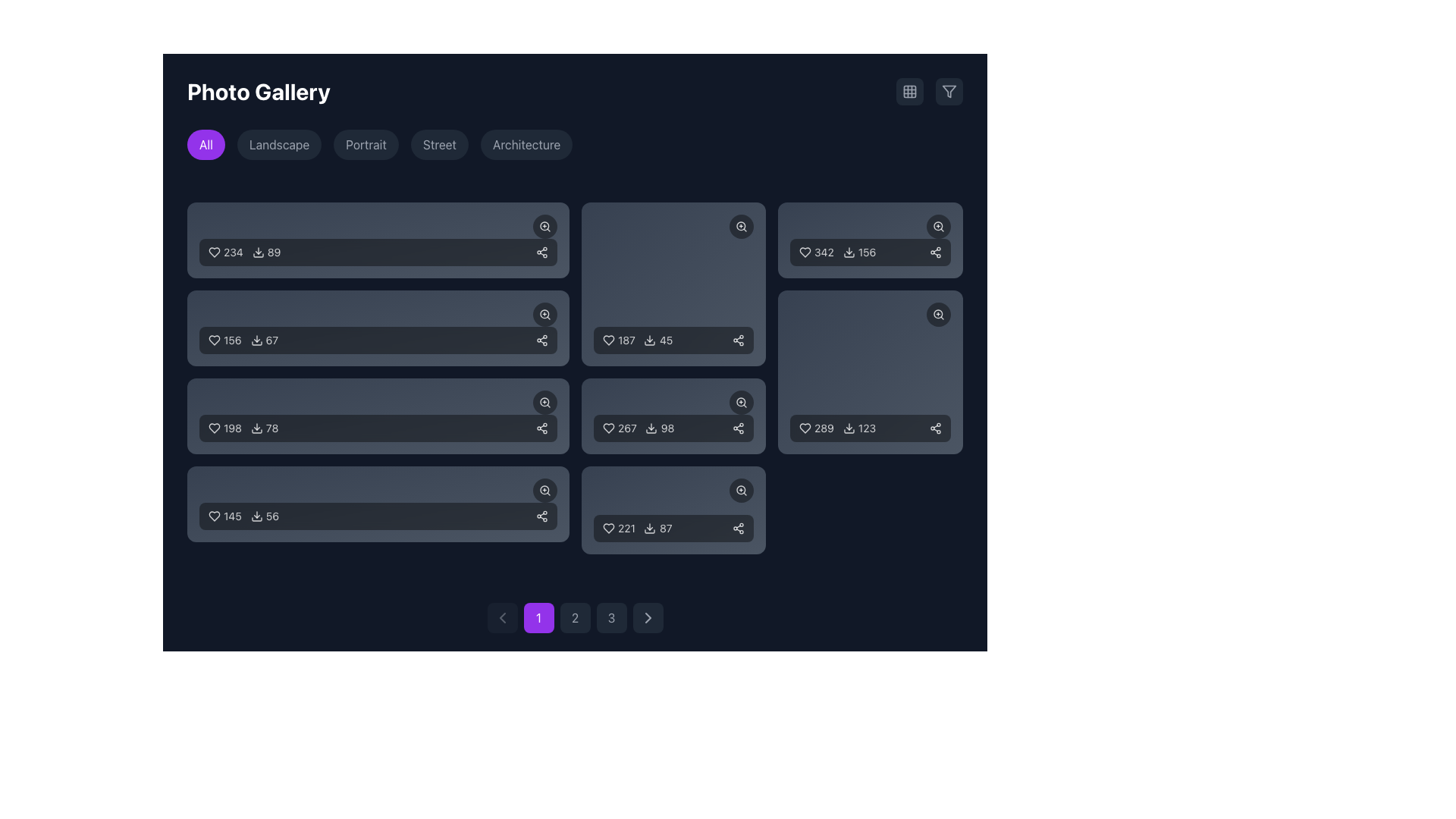 This screenshot has width=1456, height=819. I want to click on the numeric value '267' displayed alongside a heart icon, so click(619, 428).